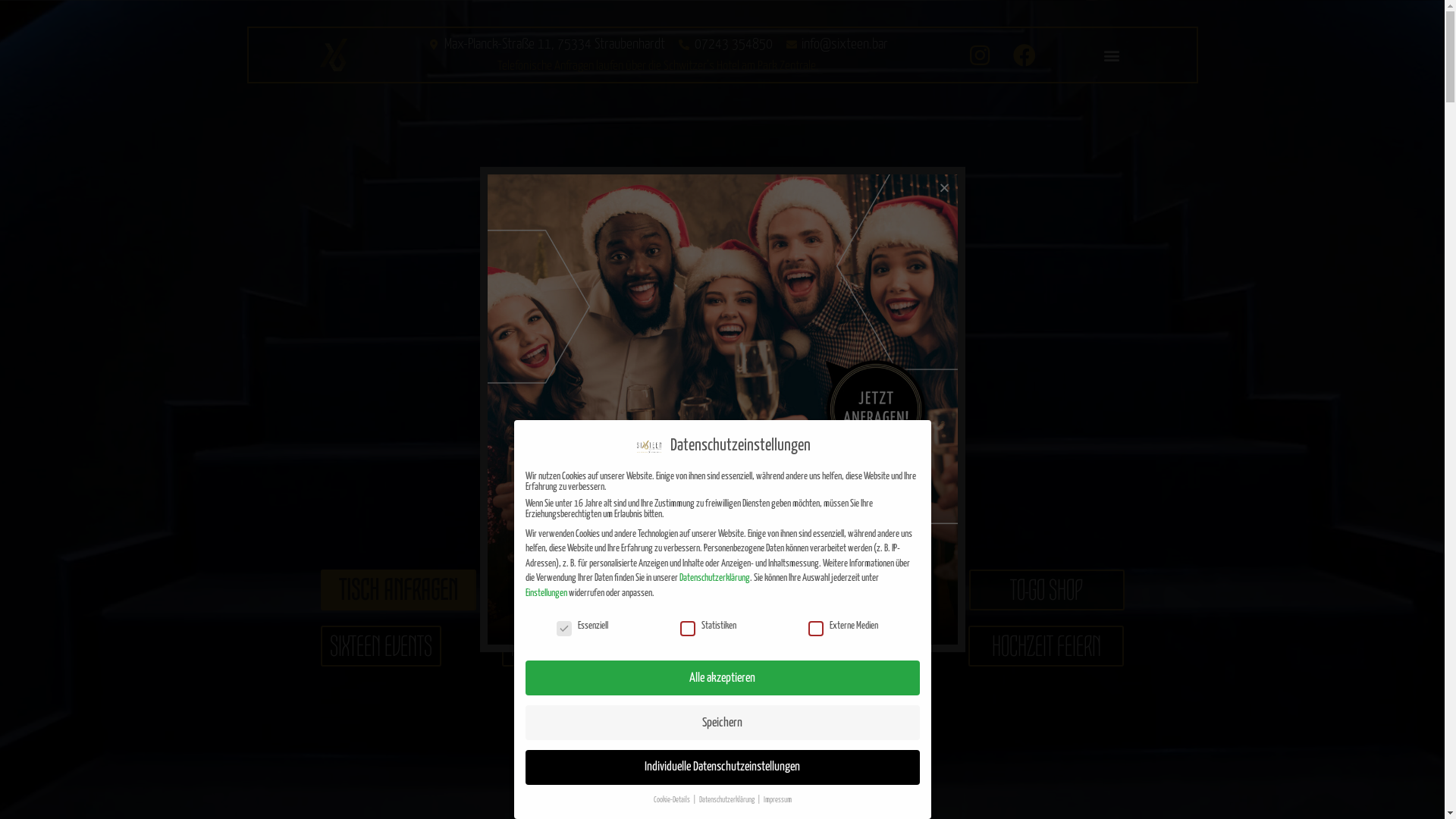  What do you see at coordinates (1046, 589) in the screenshot?
I see `'TO-GO SHOP'` at bounding box center [1046, 589].